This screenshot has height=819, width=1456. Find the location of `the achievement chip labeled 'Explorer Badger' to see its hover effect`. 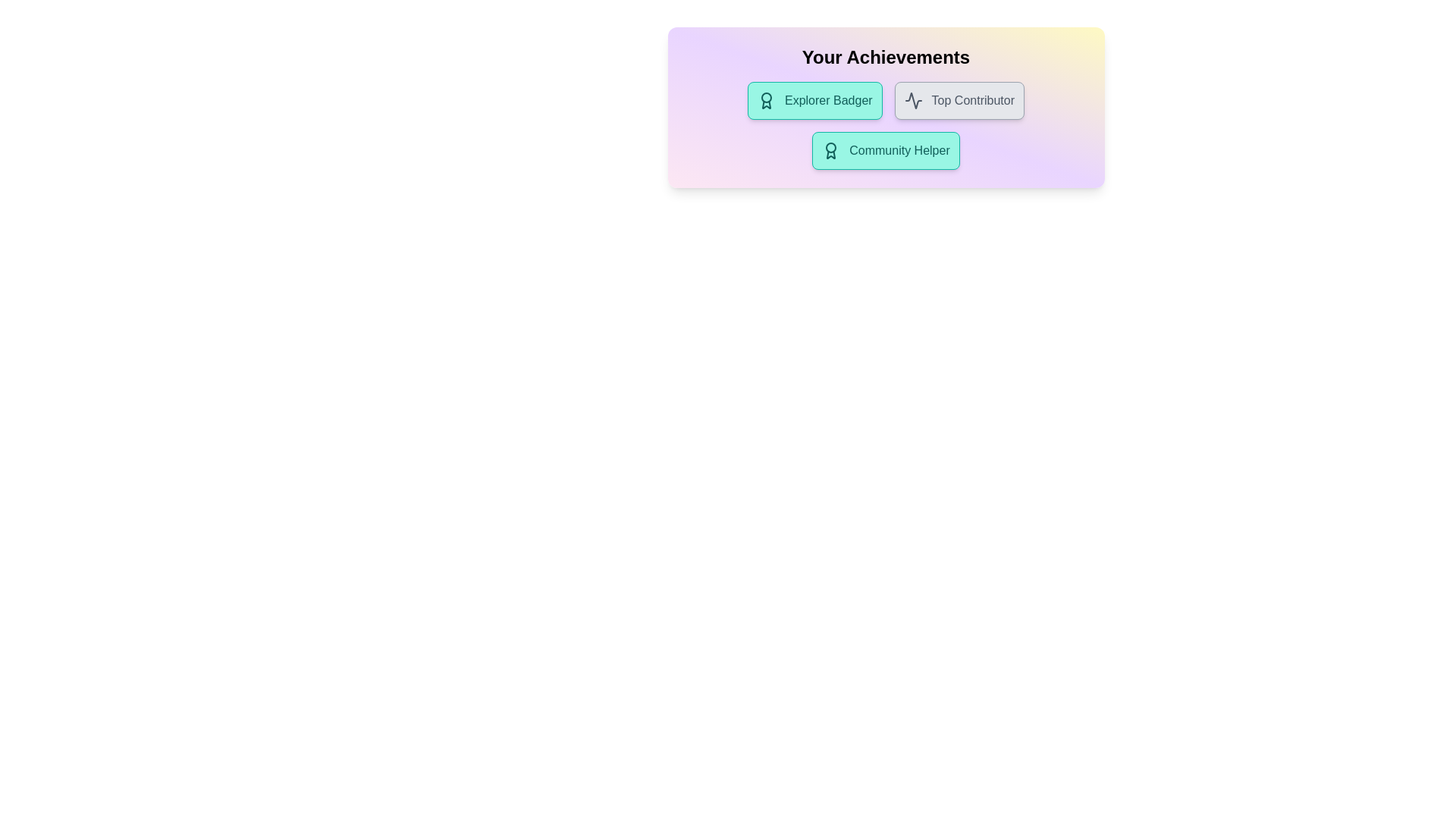

the achievement chip labeled 'Explorer Badger' to see its hover effect is located at coordinates (814, 100).